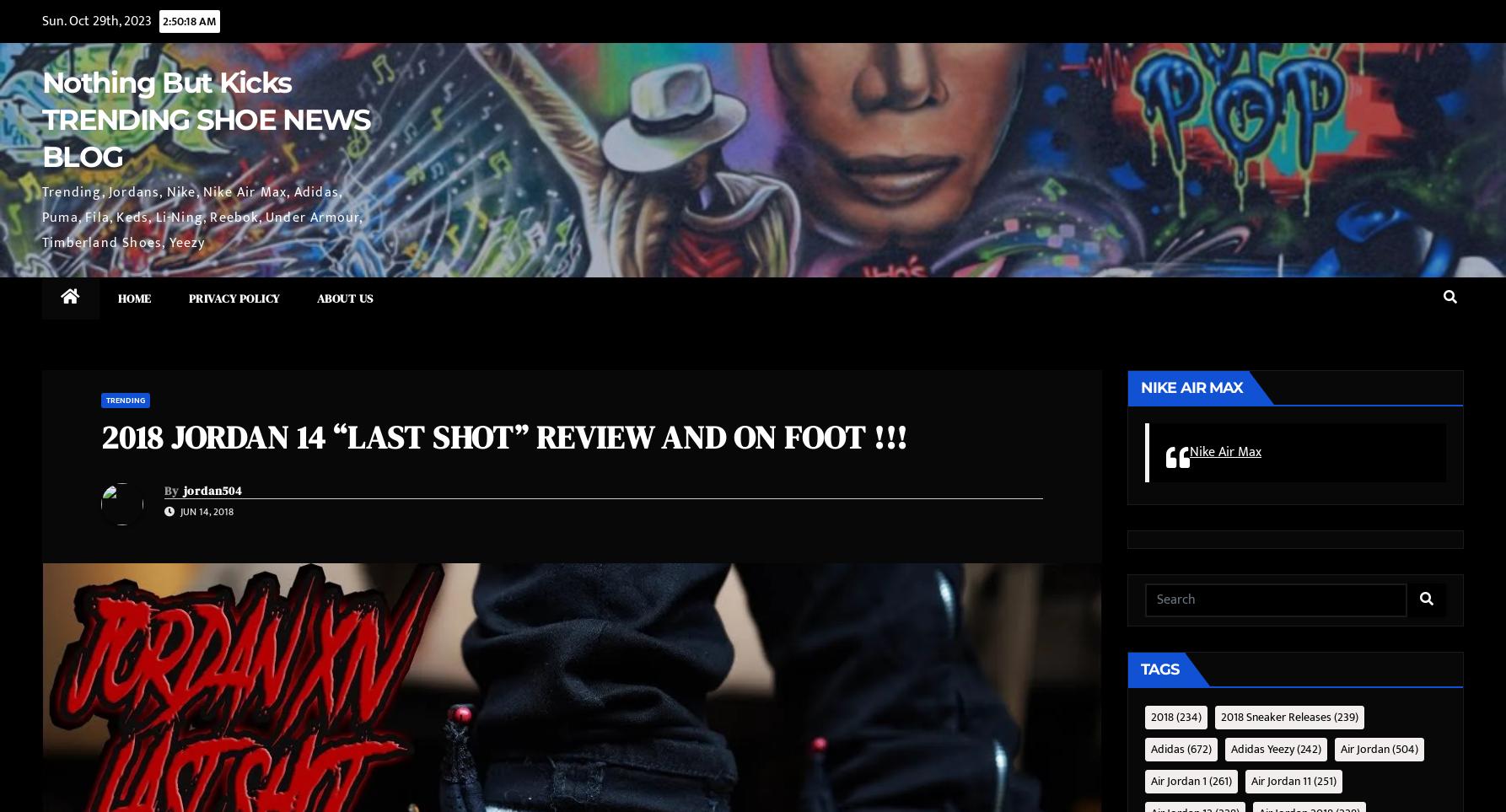  I want to click on '(251)', so click(1324, 780).